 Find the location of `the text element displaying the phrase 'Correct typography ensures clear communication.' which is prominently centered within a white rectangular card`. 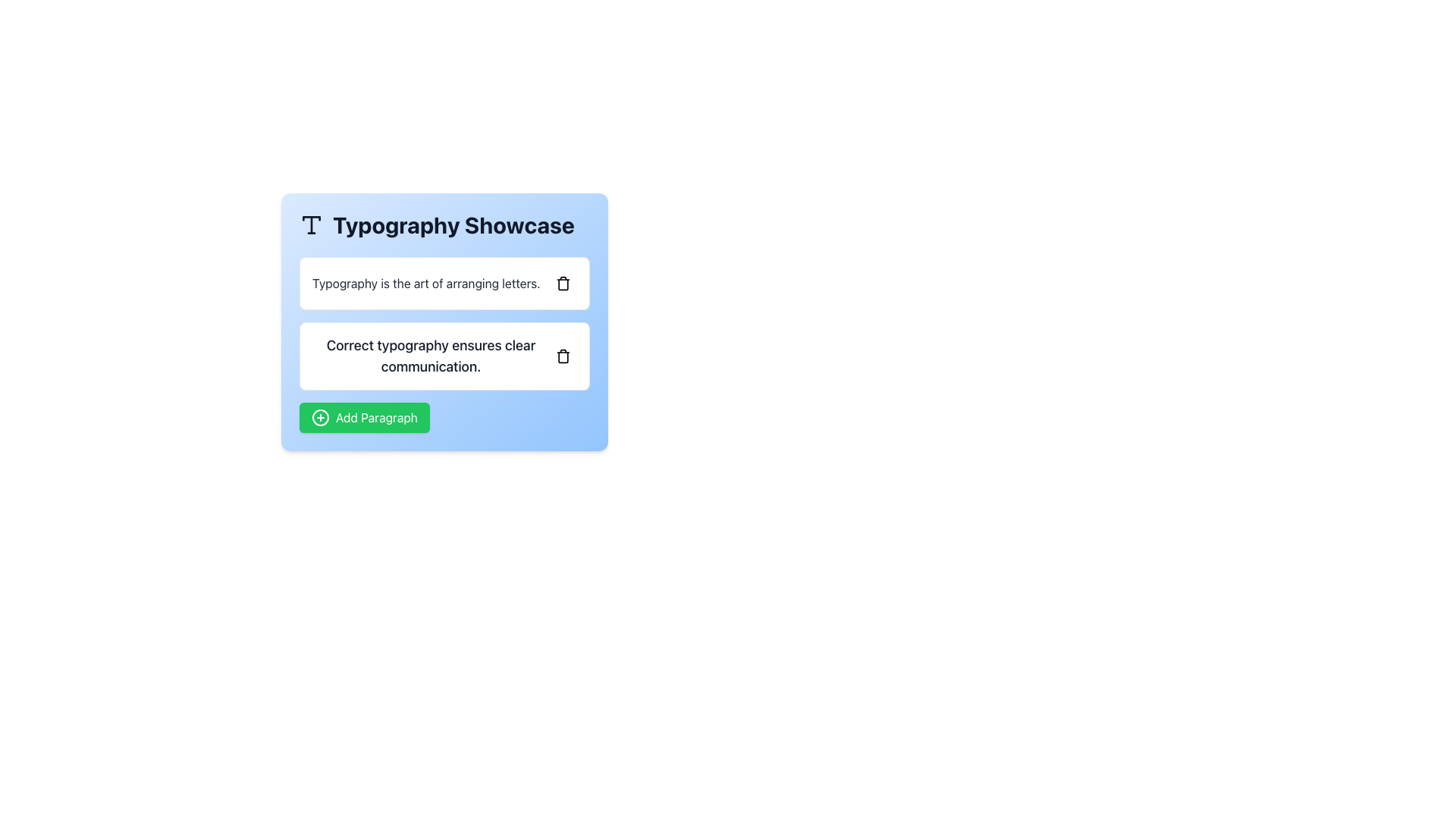

the text element displaying the phrase 'Correct typography ensures clear communication.' which is prominently centered within a white rectangular card is located at coordinates (430, 356).